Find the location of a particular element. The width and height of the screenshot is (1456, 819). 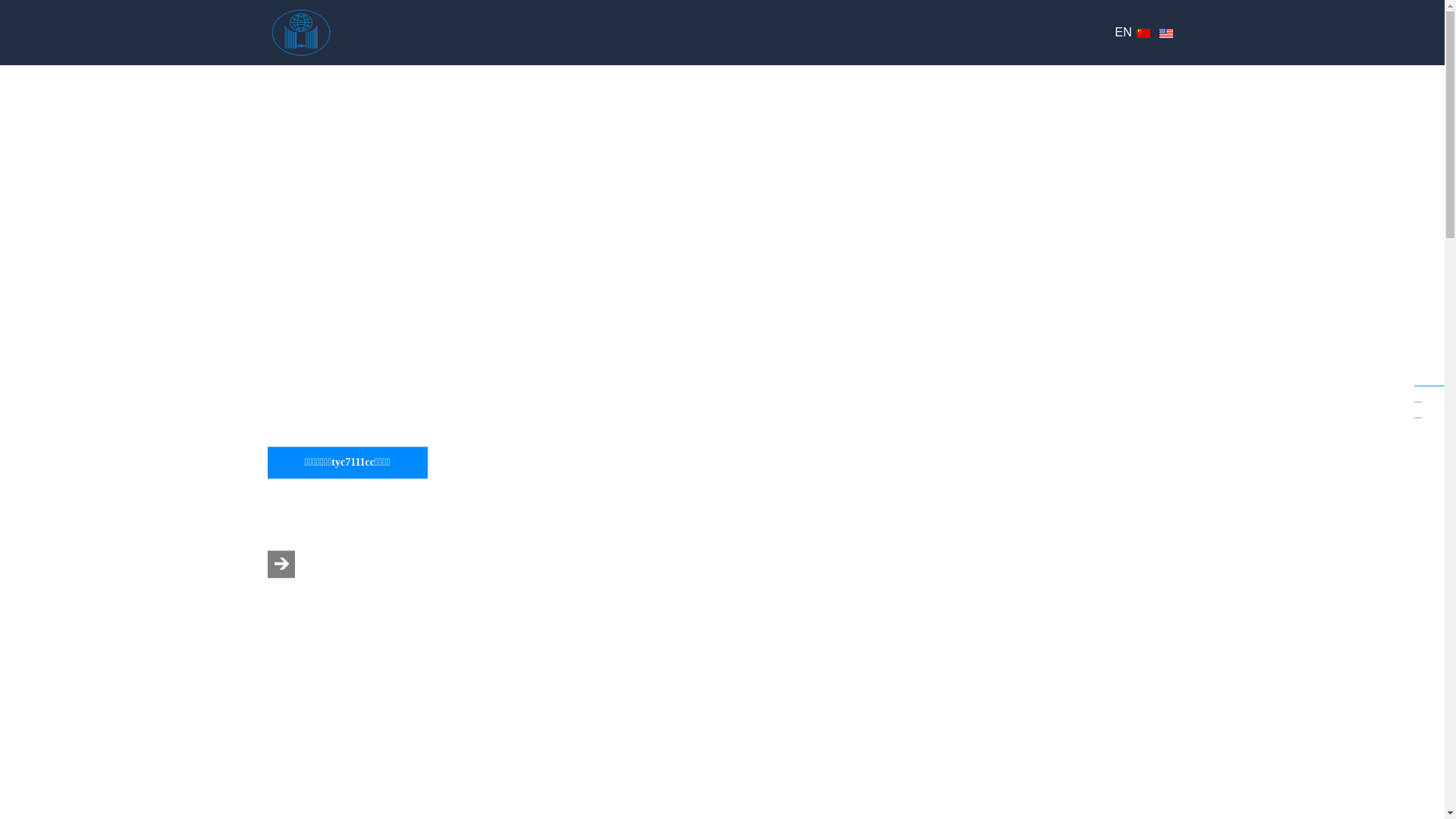

'English' is located at coordinates (1164, 33).